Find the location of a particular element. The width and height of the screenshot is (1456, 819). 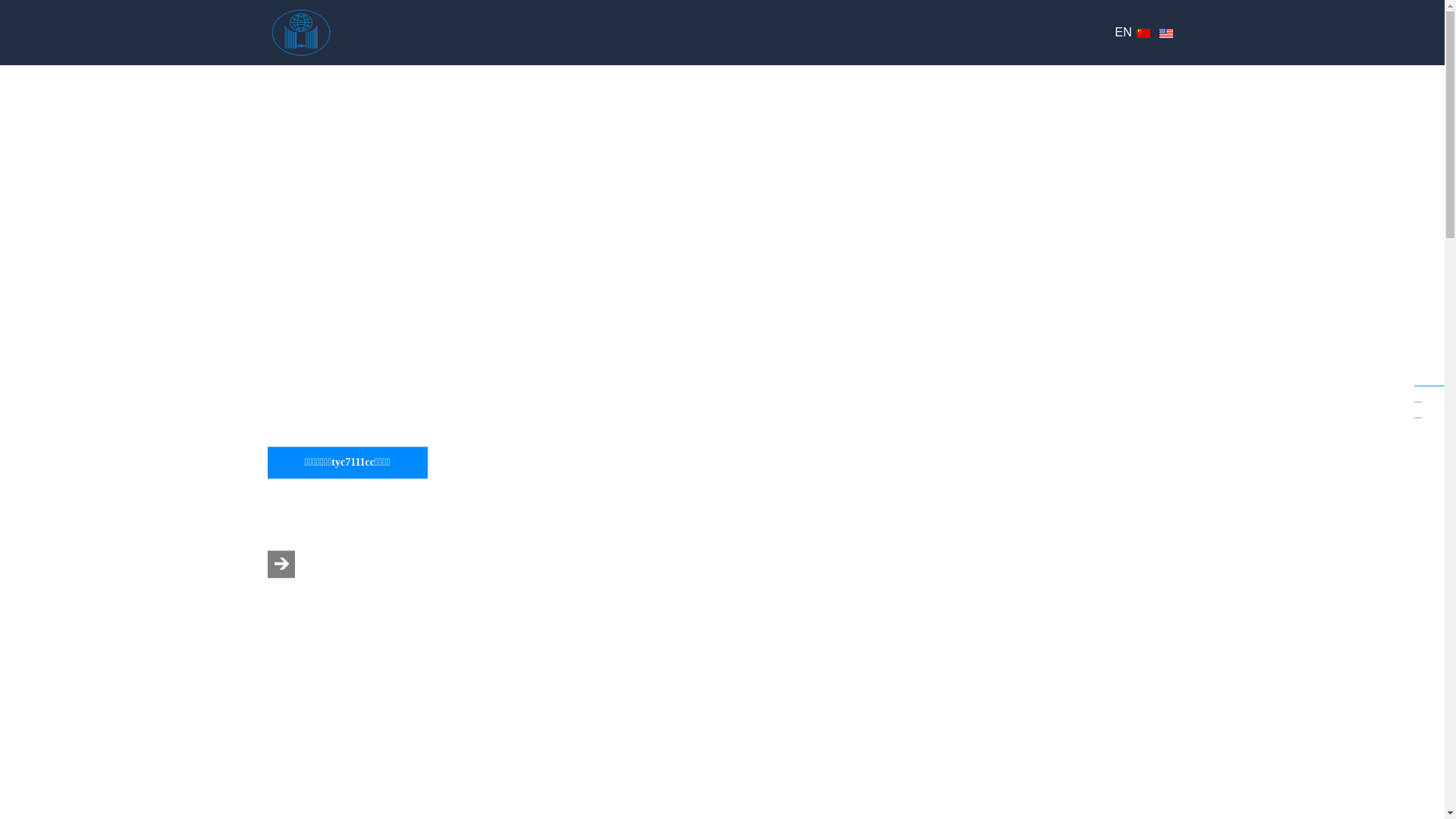

'English' is located at coordinates (1164, 33).